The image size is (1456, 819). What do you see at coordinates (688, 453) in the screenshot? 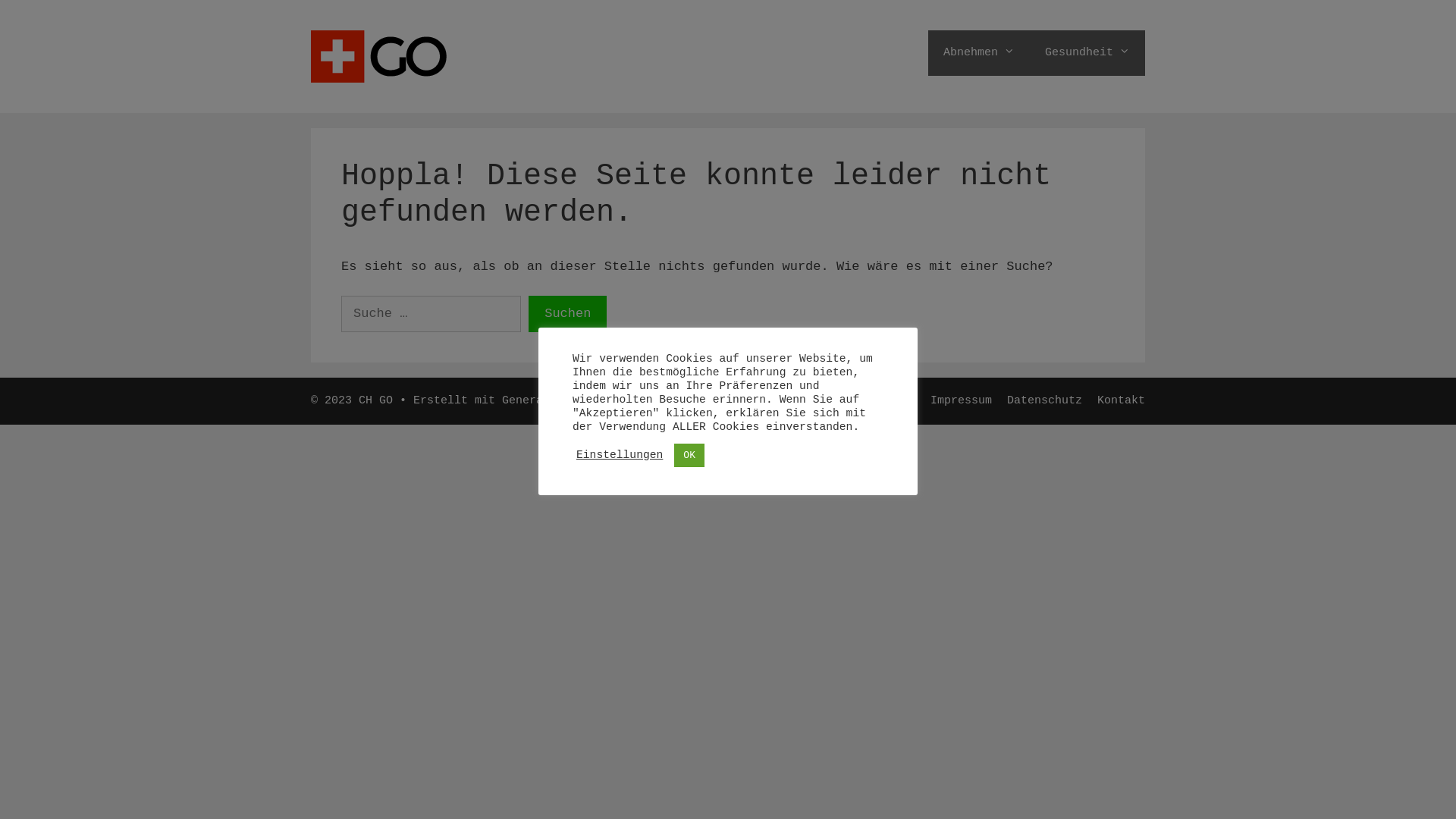
I see `'OK'` at bounding box center [688, 453].